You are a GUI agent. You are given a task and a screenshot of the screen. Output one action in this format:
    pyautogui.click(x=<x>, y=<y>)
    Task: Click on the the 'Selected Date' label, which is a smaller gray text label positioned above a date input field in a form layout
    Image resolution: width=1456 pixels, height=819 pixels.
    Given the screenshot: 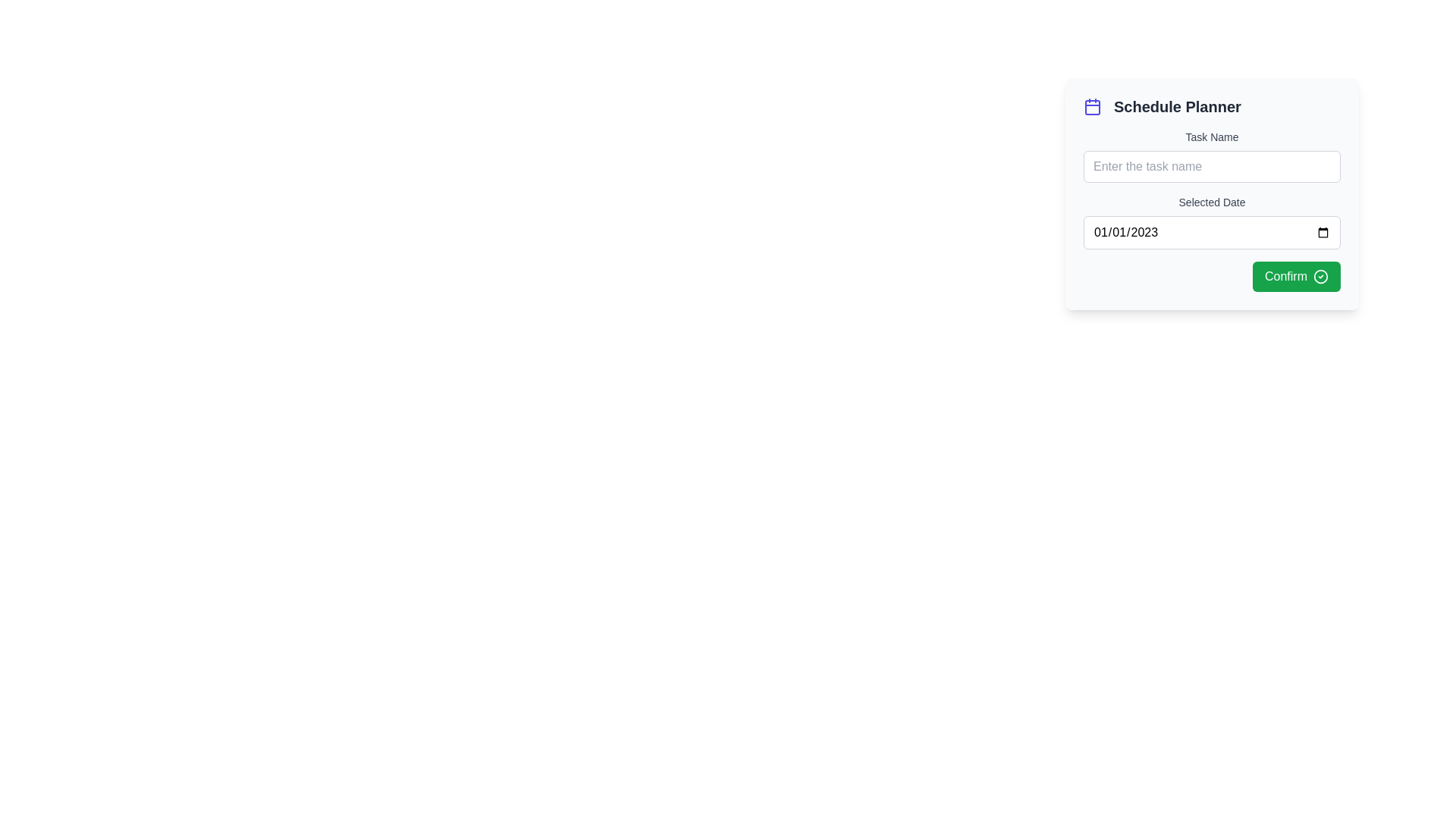 What is the action you would take?
    pyautogui.click(x=1211, y=201)
    